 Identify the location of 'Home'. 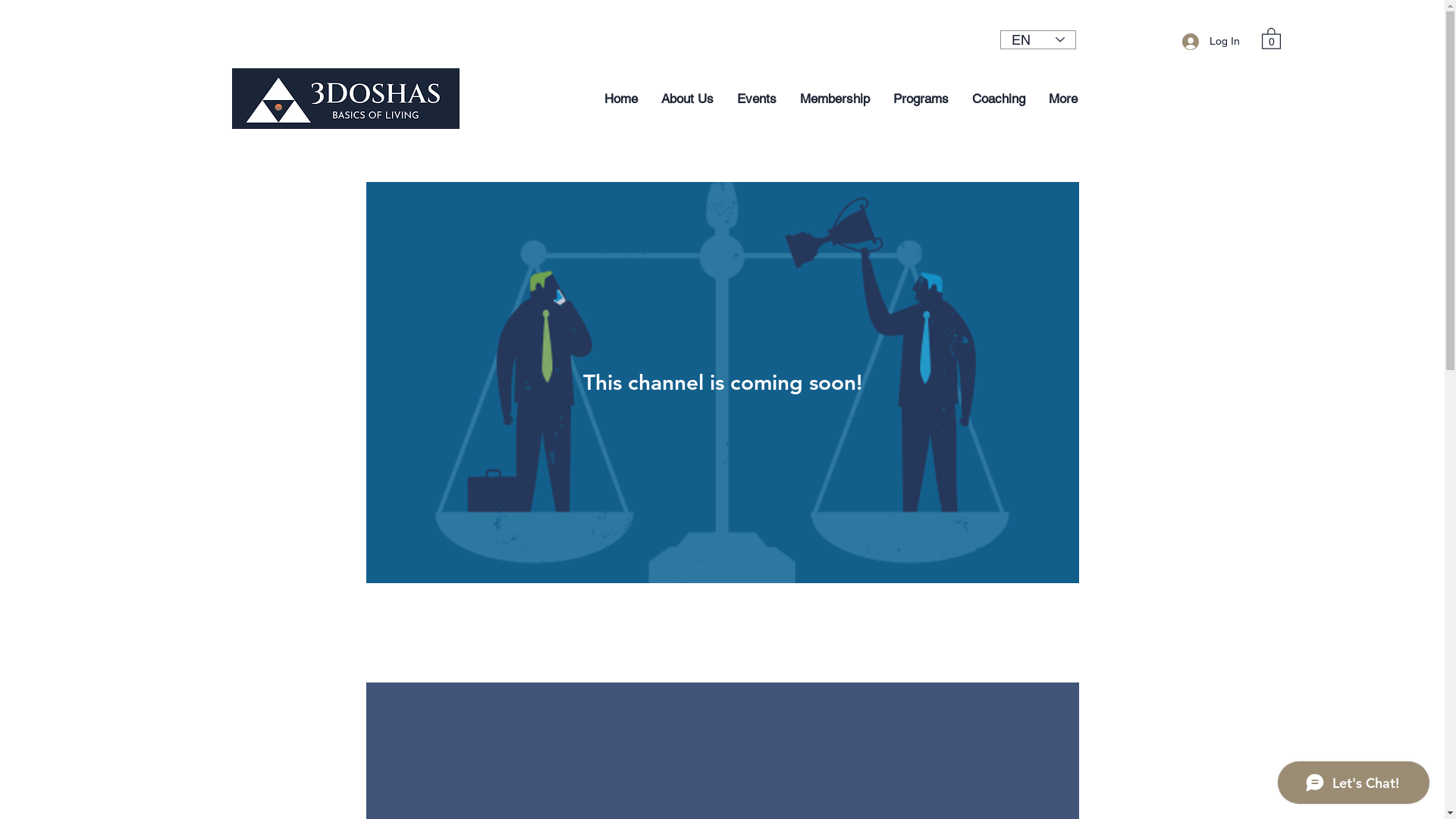
(620, 99).